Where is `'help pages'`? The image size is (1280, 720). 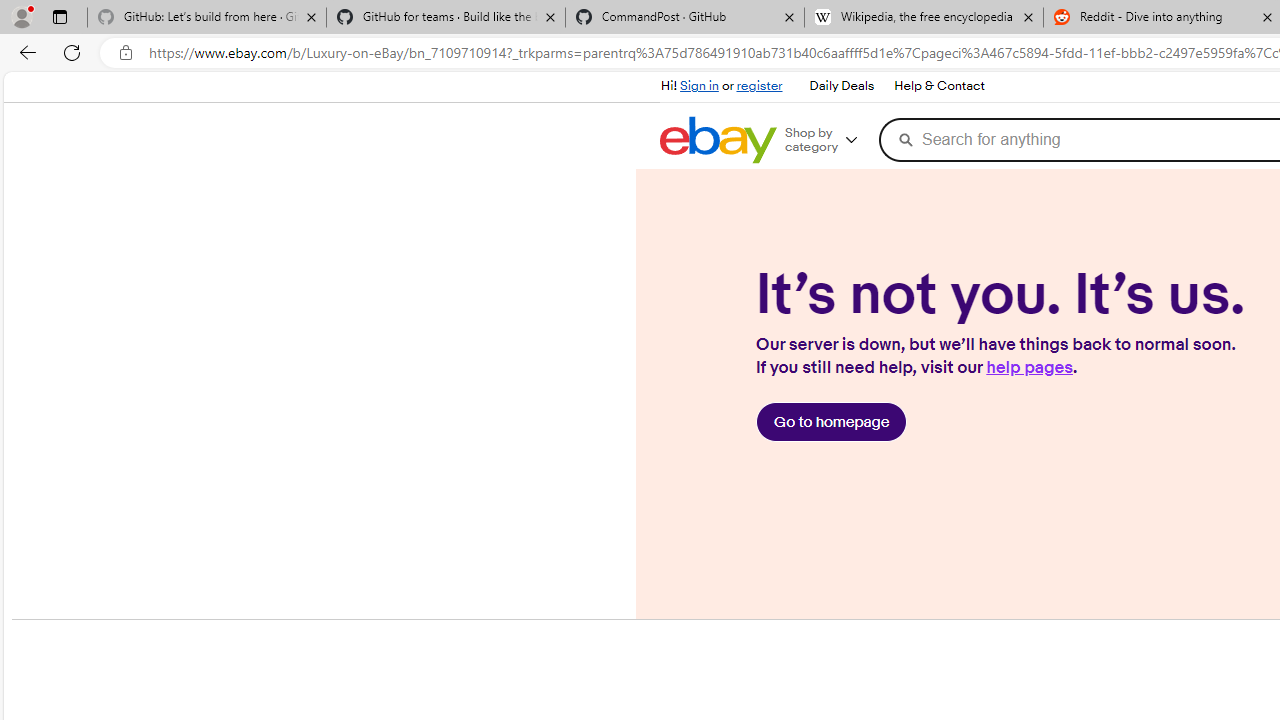 'help pages' is located at coordinates (1029, 367).